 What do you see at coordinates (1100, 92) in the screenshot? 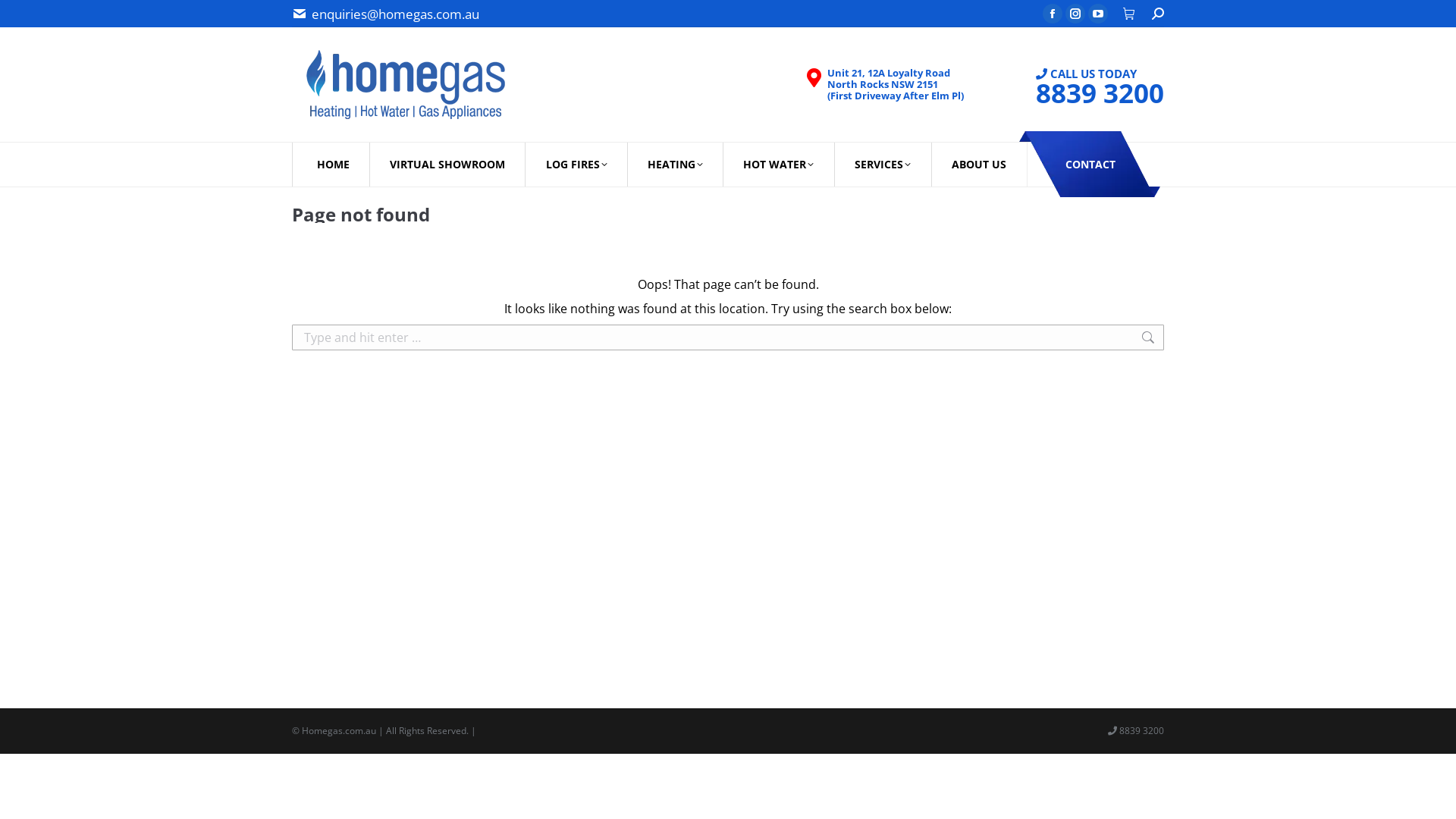
I see `'8839 3200'` at bounding box center [1100, 92].